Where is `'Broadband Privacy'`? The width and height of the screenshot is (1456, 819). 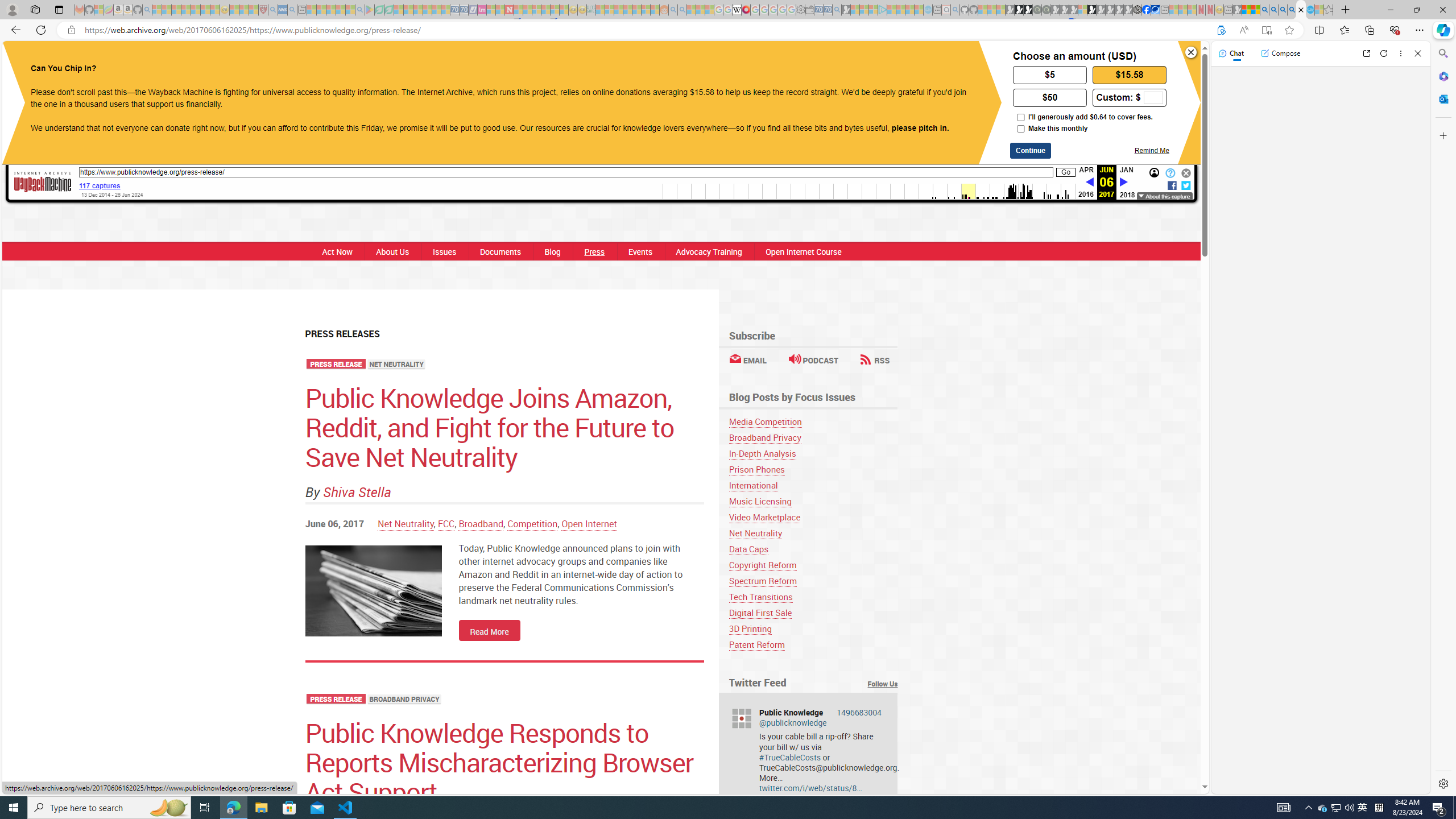
'Broadband Privacy' is located at coordinates (764, 437).